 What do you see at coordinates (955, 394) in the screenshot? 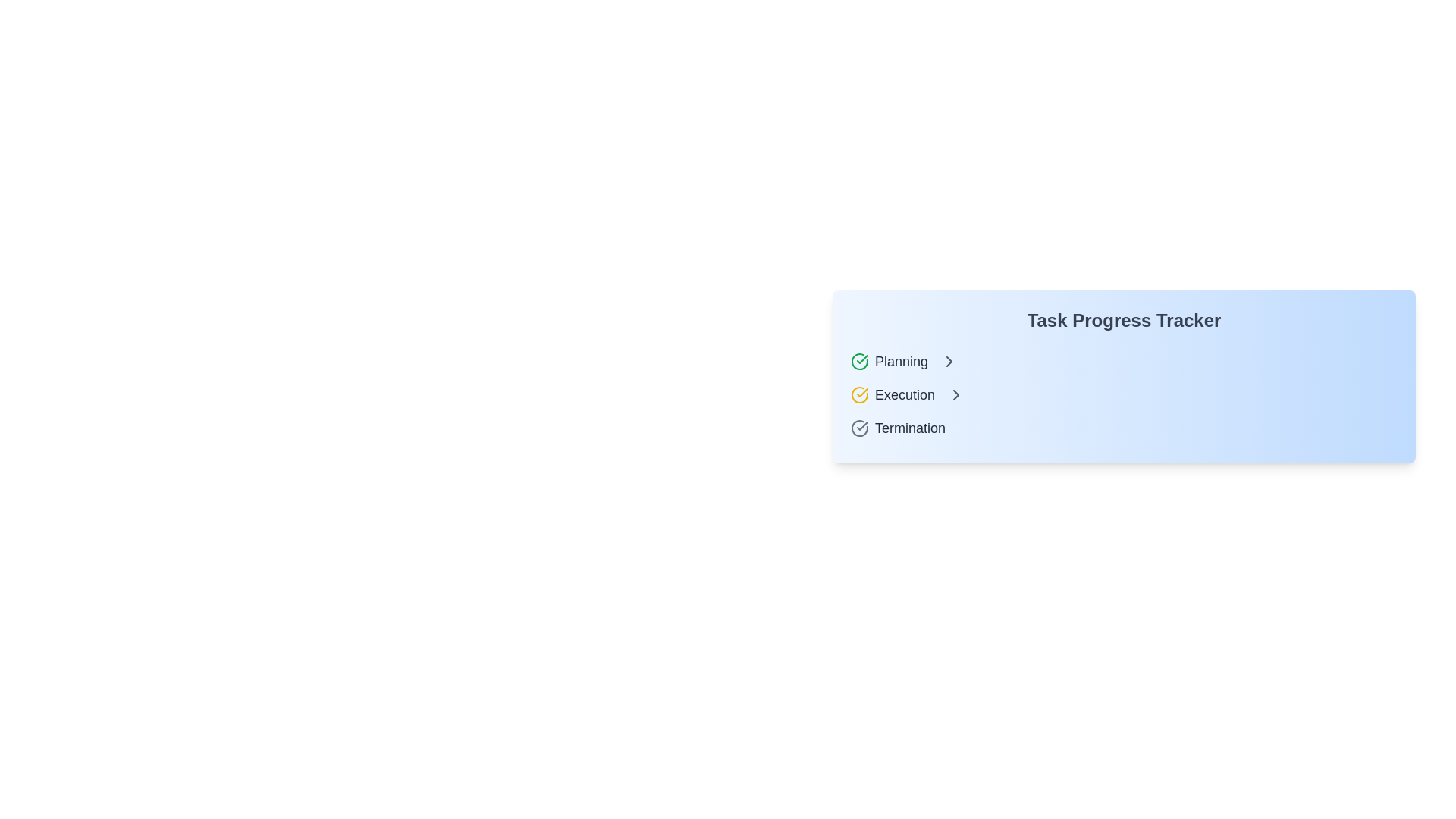
I see `the right-pointing arrow icon styled with a thin, rounded stroke and gray color, located immediately to the right of the 'Execution' label in the task progress tracker interface` at bounding box center [955, 394].